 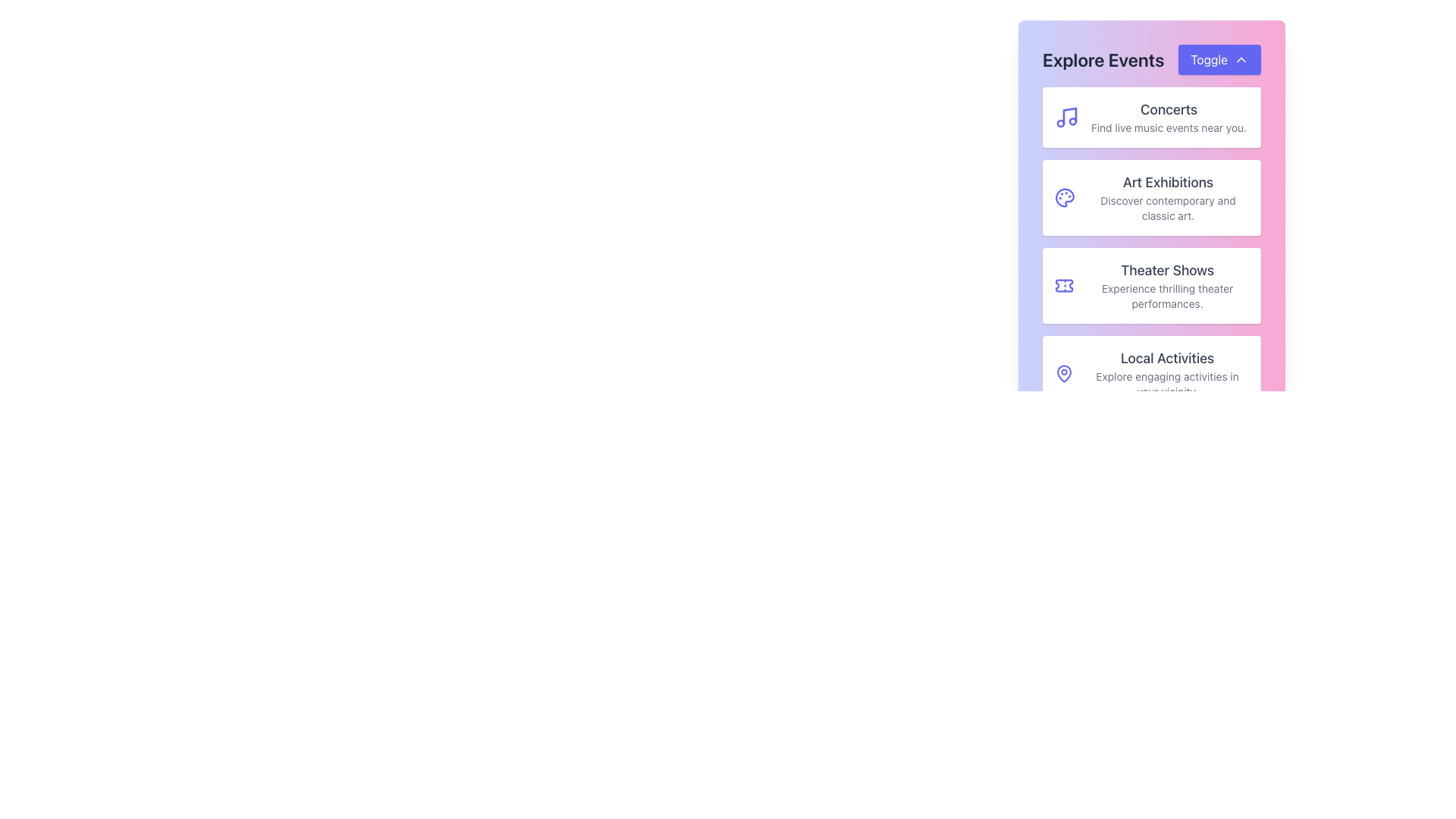 What do you see at coordinates (1166, 286) in the screenshot?
I see `the 'Theater Shows' text label` at bounding box center [1166, 286].